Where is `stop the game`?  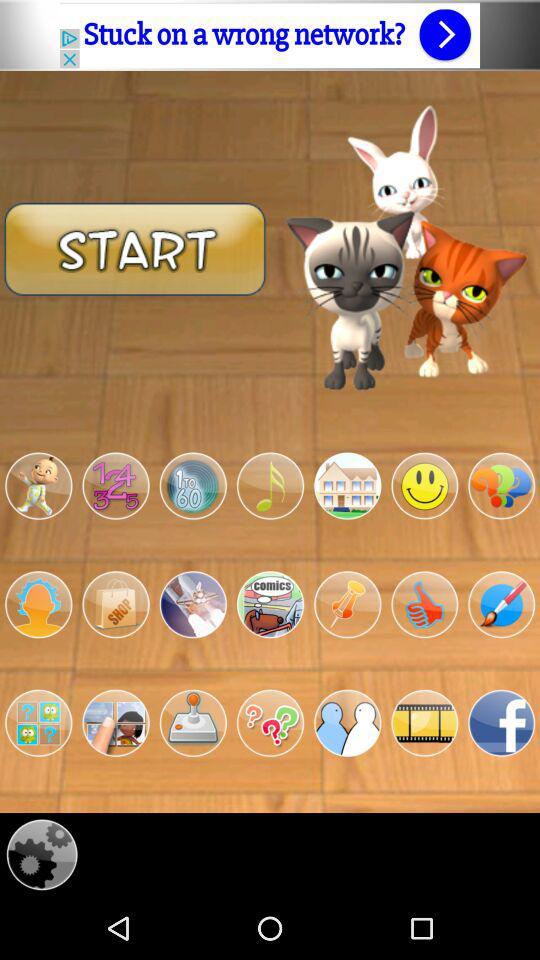 stop the game is located at coordinates (115, 603).